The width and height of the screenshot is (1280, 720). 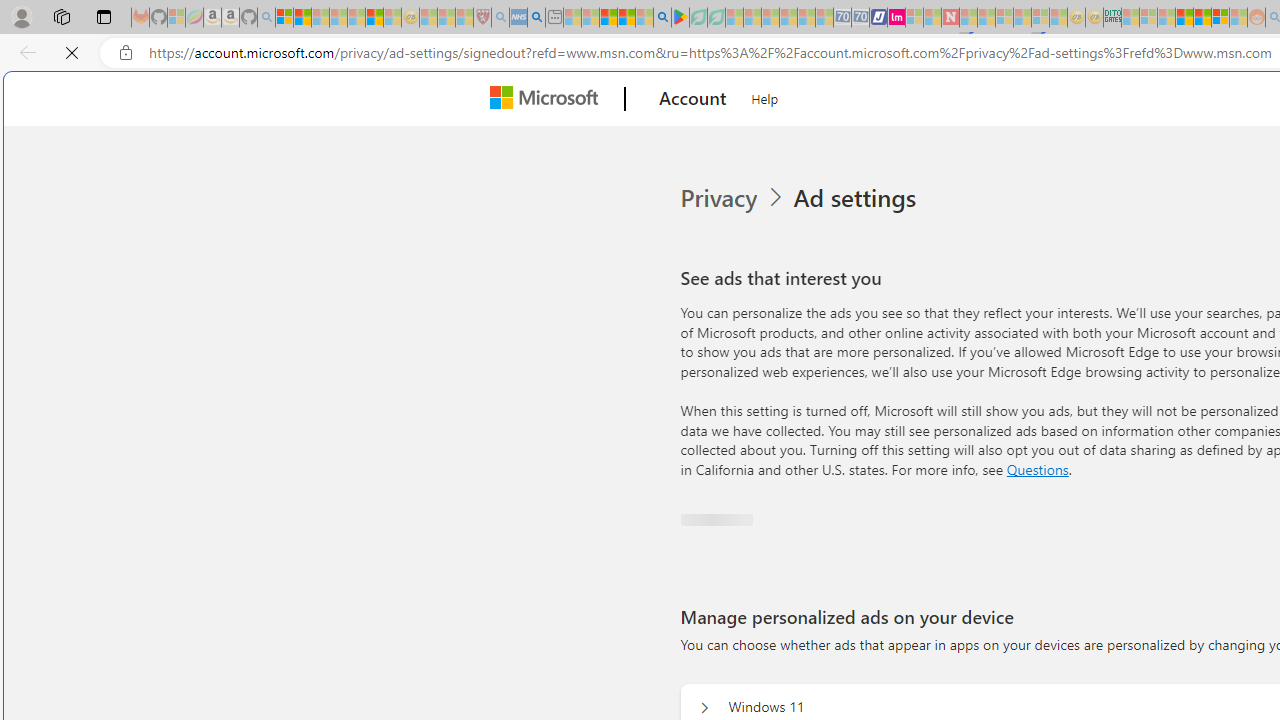 What do you see at coordinates (536, 17) in the screenshot?
I see `'utah sues federal government - Search'` at bounding box center [536, 17].